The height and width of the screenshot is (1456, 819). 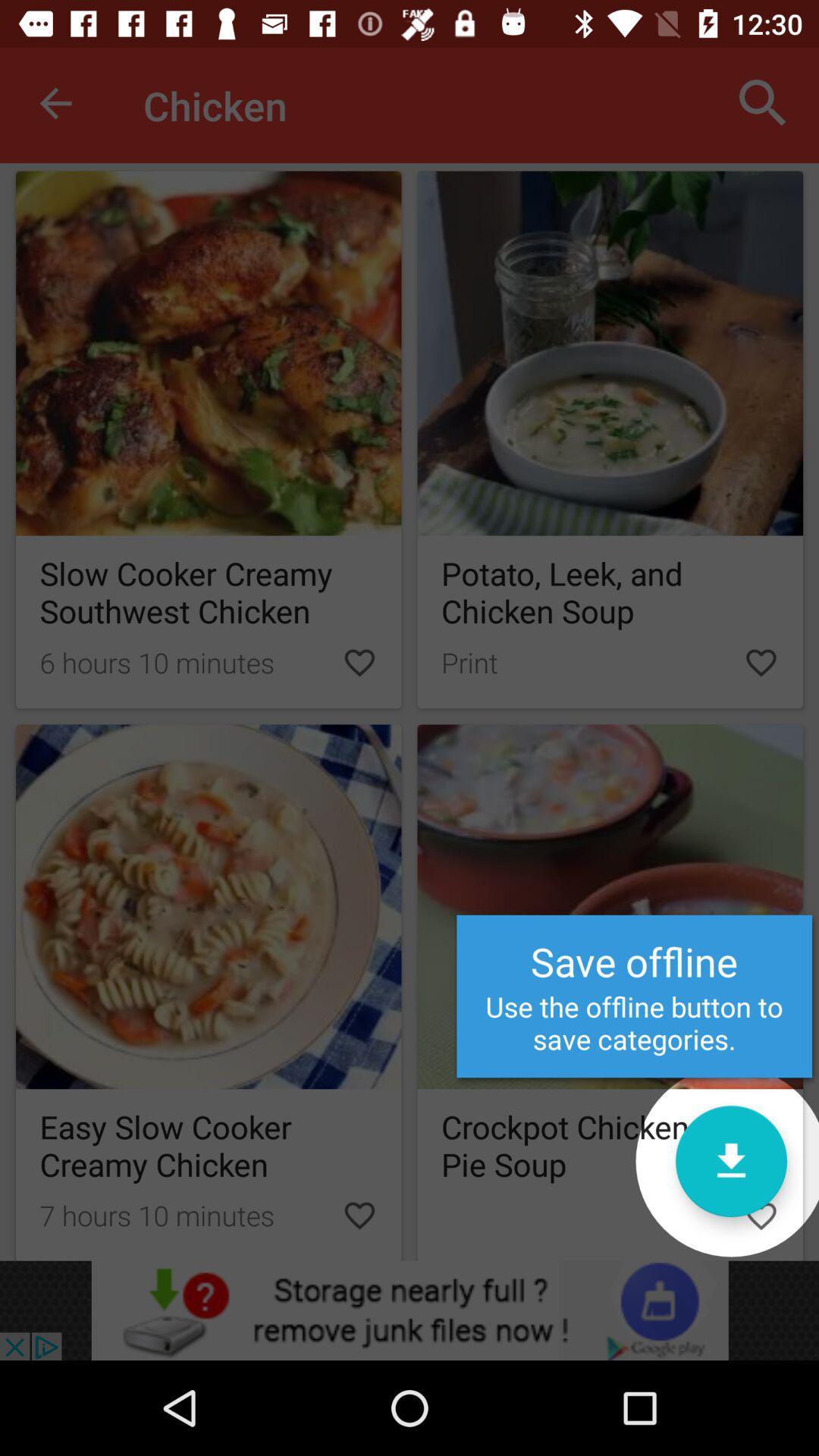 What do you see at coordinates (730, 1160) in the screenshot?
I see `the file_download icon` at bounding box center [730, 1160].